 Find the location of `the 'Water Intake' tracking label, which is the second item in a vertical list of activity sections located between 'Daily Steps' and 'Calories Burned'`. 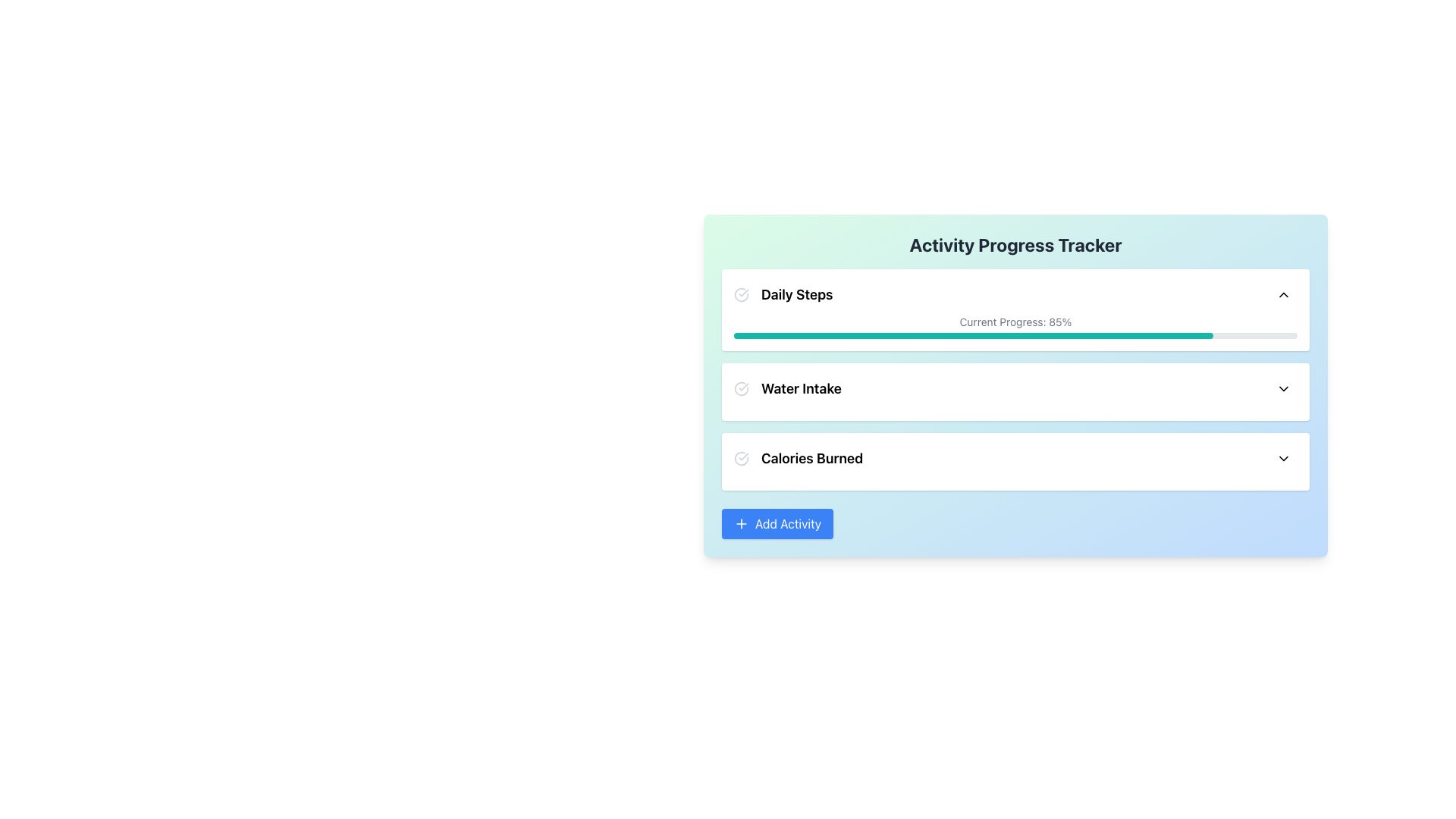

the 'Water Intake' tracking label, which is the second item in a vertical list of activity sections located between 'Daily Steps' and 'Calories Burned' is located at coordinates (787, 388).